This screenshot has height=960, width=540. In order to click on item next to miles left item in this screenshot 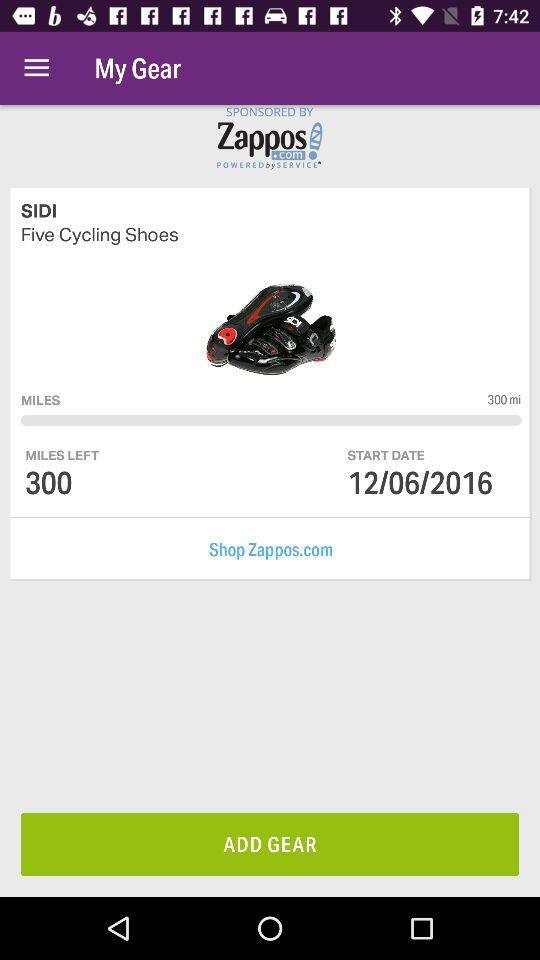, I will do `click(386, 455)`.